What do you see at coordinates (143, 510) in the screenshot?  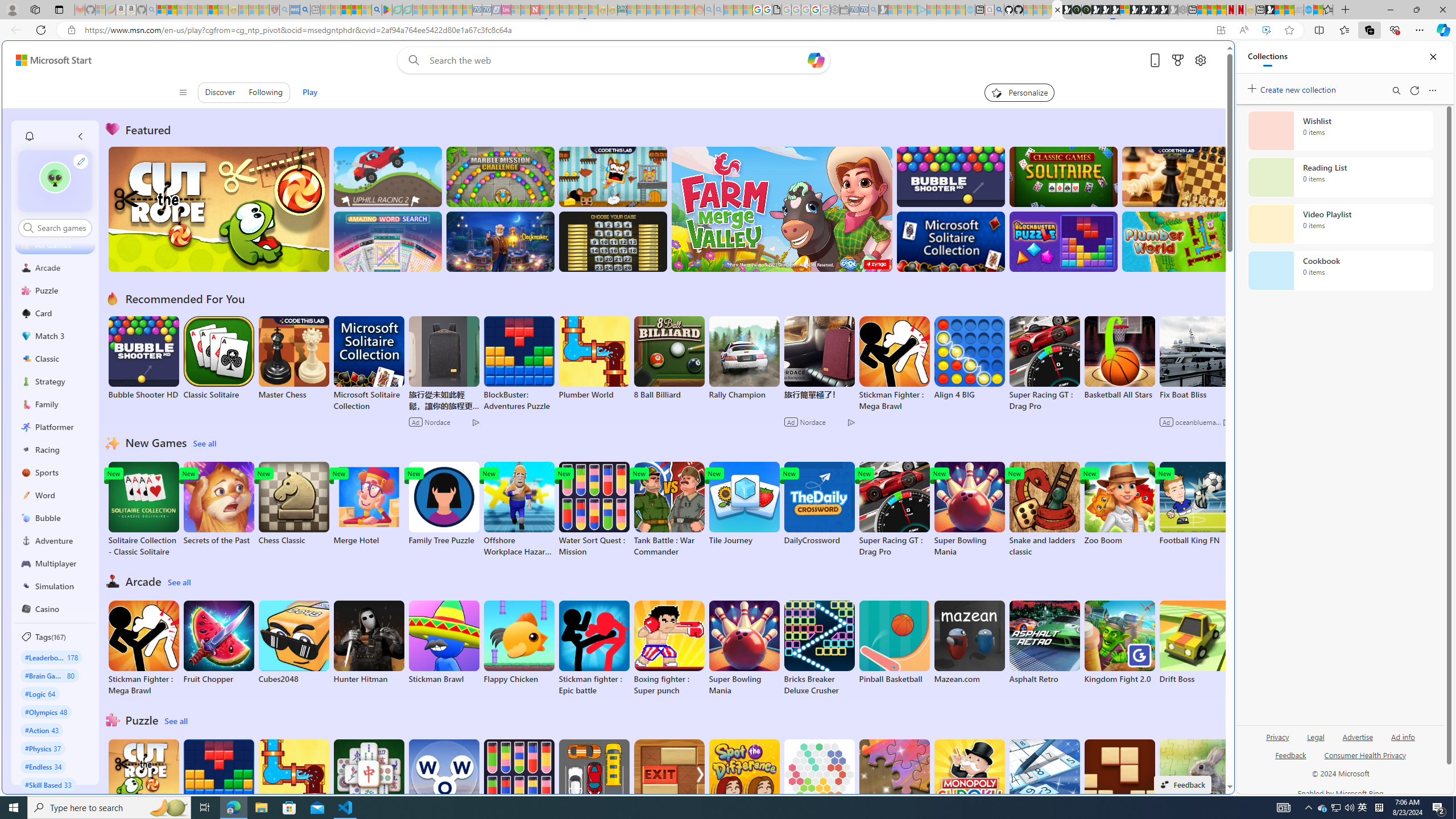 I see `'Solitaire Collection - Classic Solitaire'` at bounding box center [143, 510].